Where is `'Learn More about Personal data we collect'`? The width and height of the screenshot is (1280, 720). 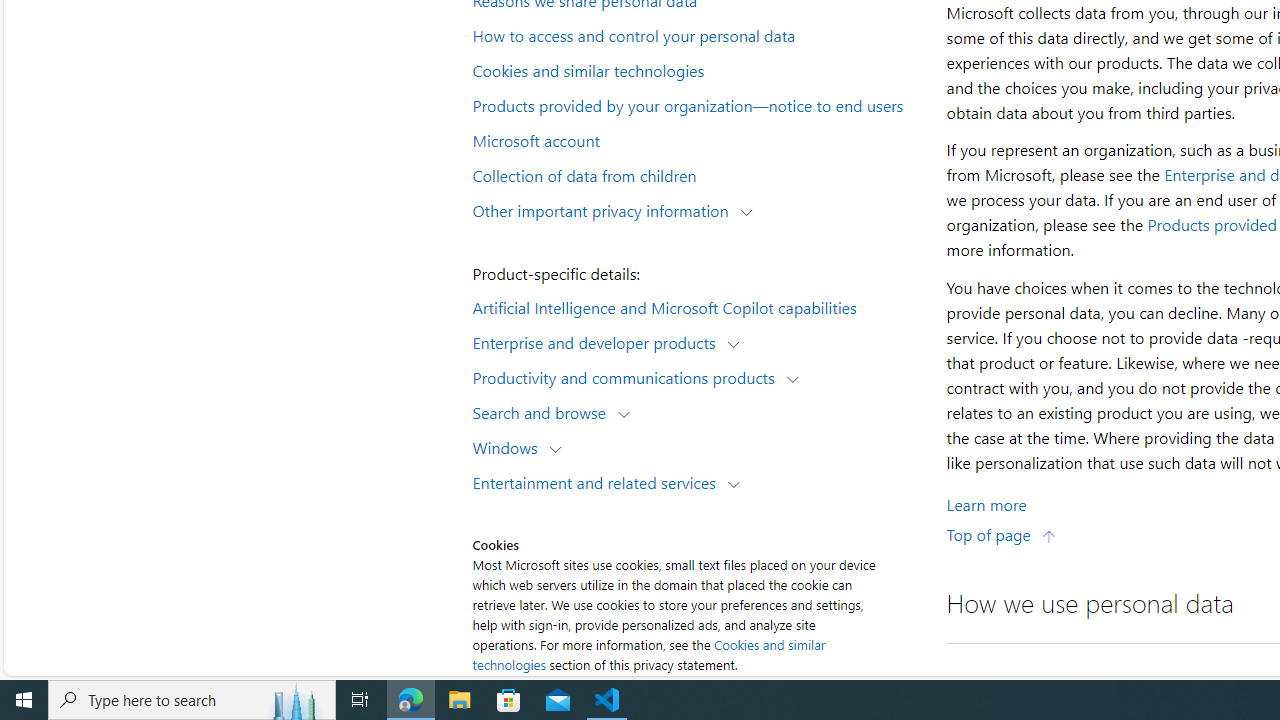 'Learn More about Personal data we collect' is located at coordinates (986, 503).